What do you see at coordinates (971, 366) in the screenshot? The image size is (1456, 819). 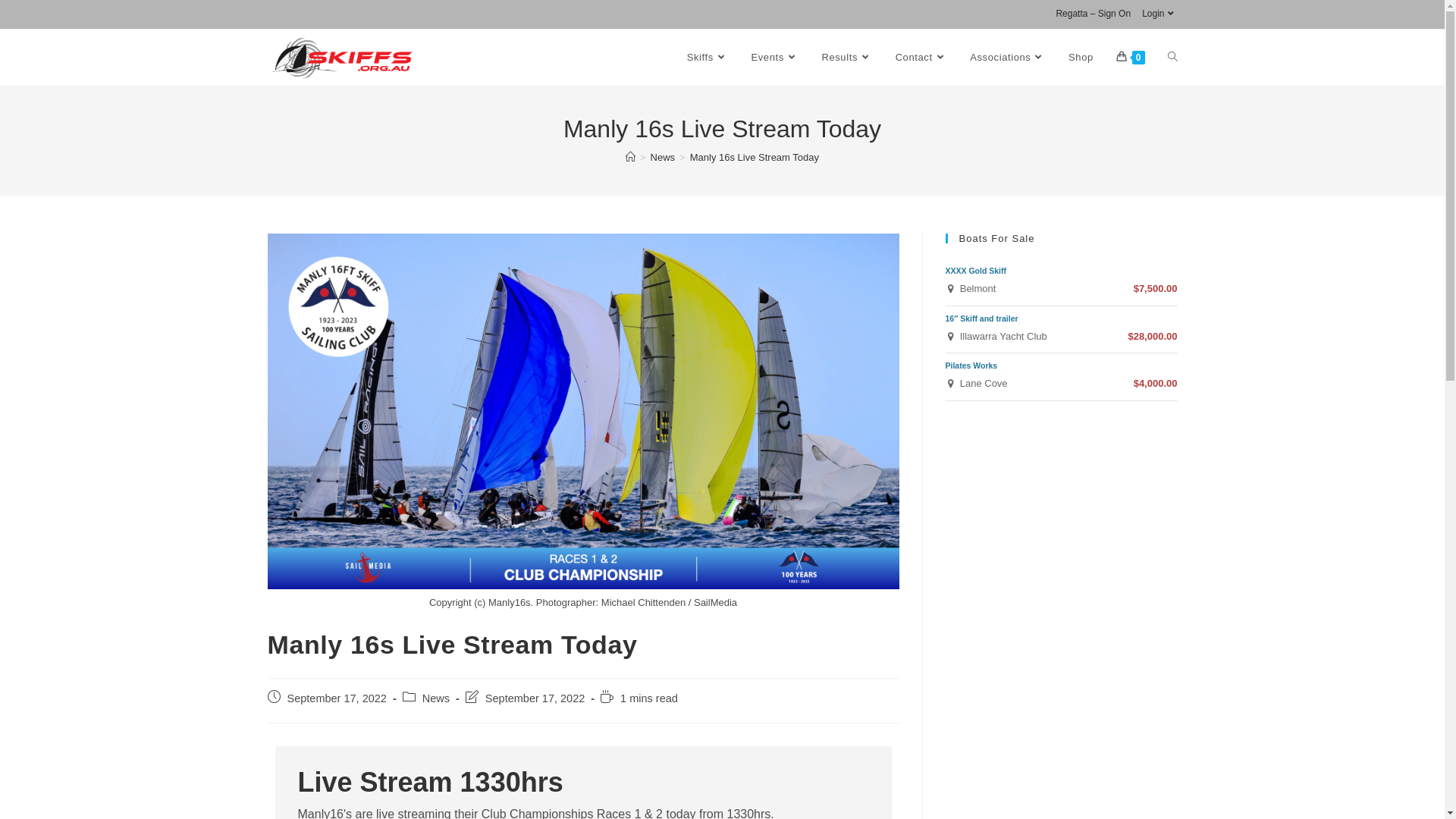 I see `'Pilates Works'` at bounding box center [971, 366].